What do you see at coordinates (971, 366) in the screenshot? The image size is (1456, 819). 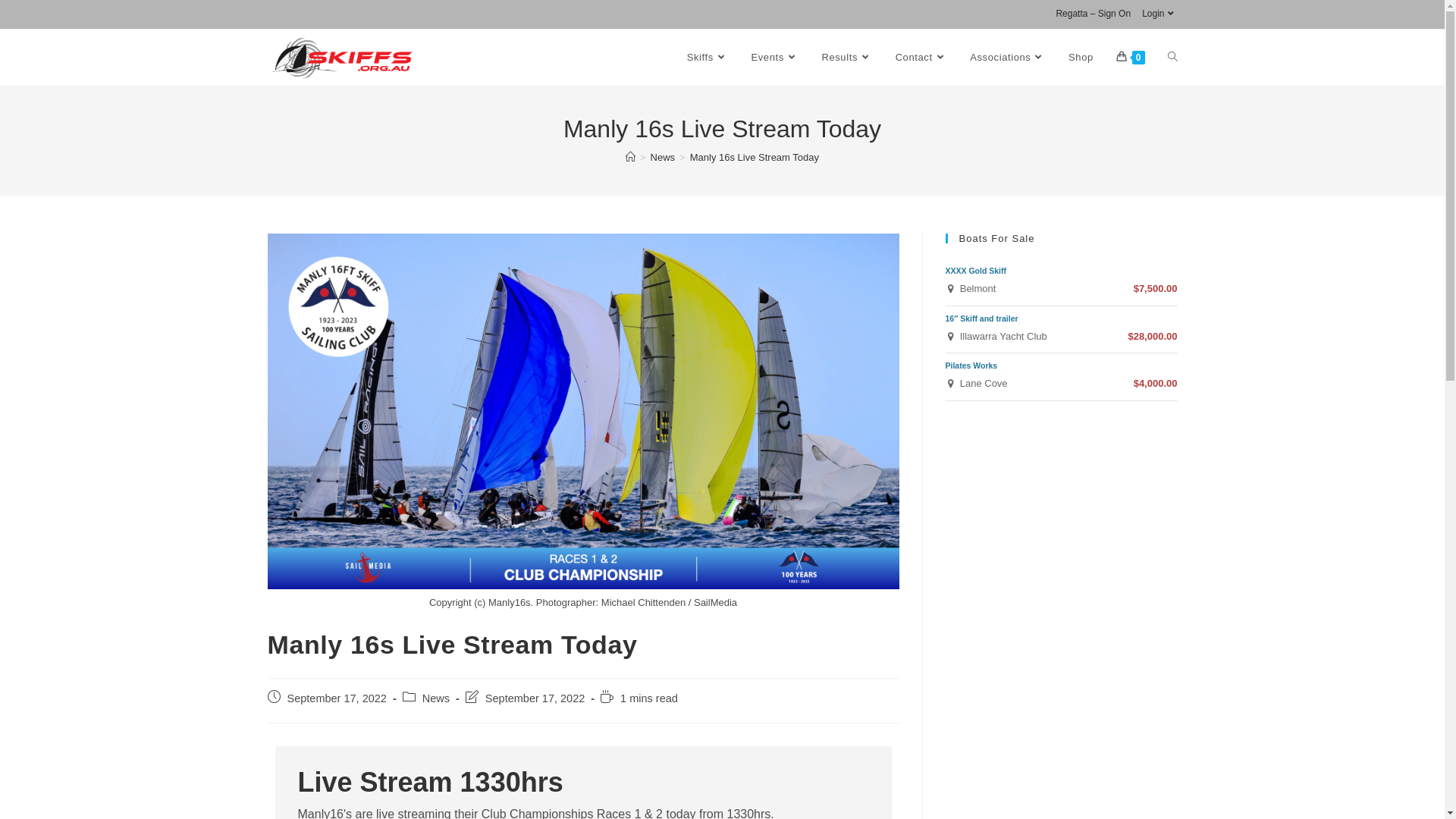 I see `'Pilates Works'` at bounding box center [971, 366].